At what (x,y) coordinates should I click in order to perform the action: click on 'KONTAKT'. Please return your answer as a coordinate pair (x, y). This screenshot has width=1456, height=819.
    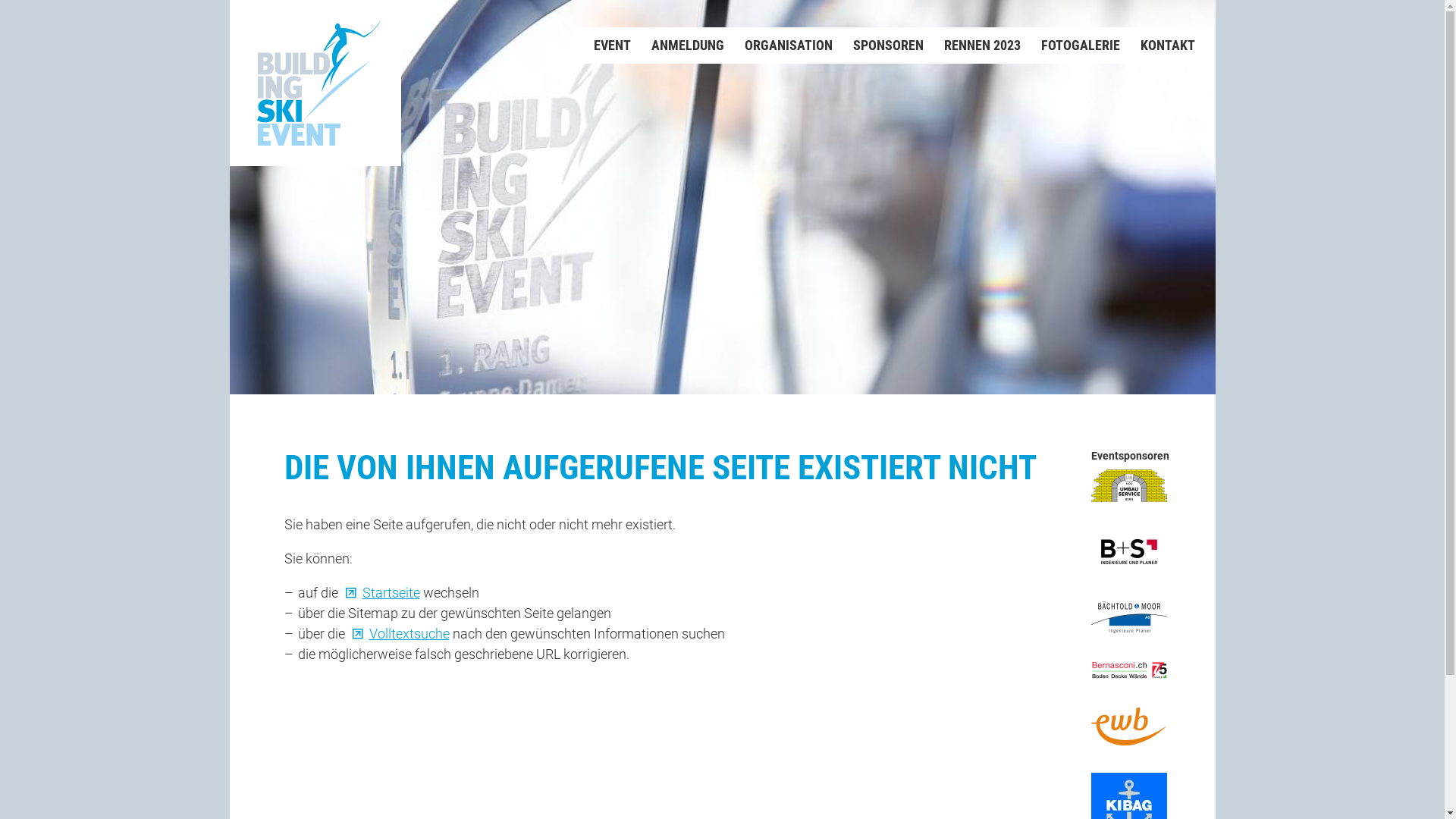
    Looking at the image, I should click on (1156, 45).